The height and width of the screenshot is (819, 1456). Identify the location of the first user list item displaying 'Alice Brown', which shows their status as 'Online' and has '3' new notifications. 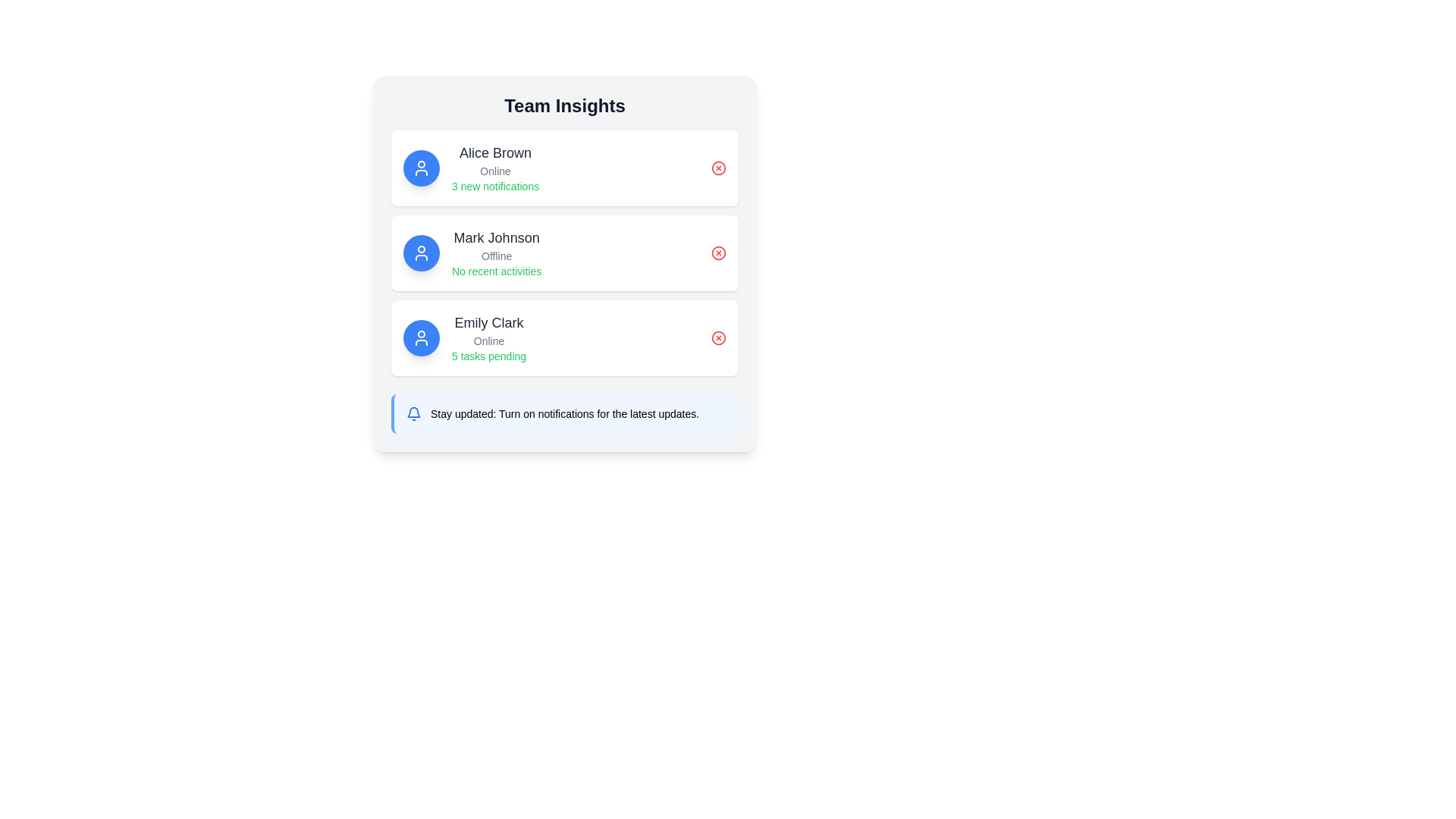
(470, 168).